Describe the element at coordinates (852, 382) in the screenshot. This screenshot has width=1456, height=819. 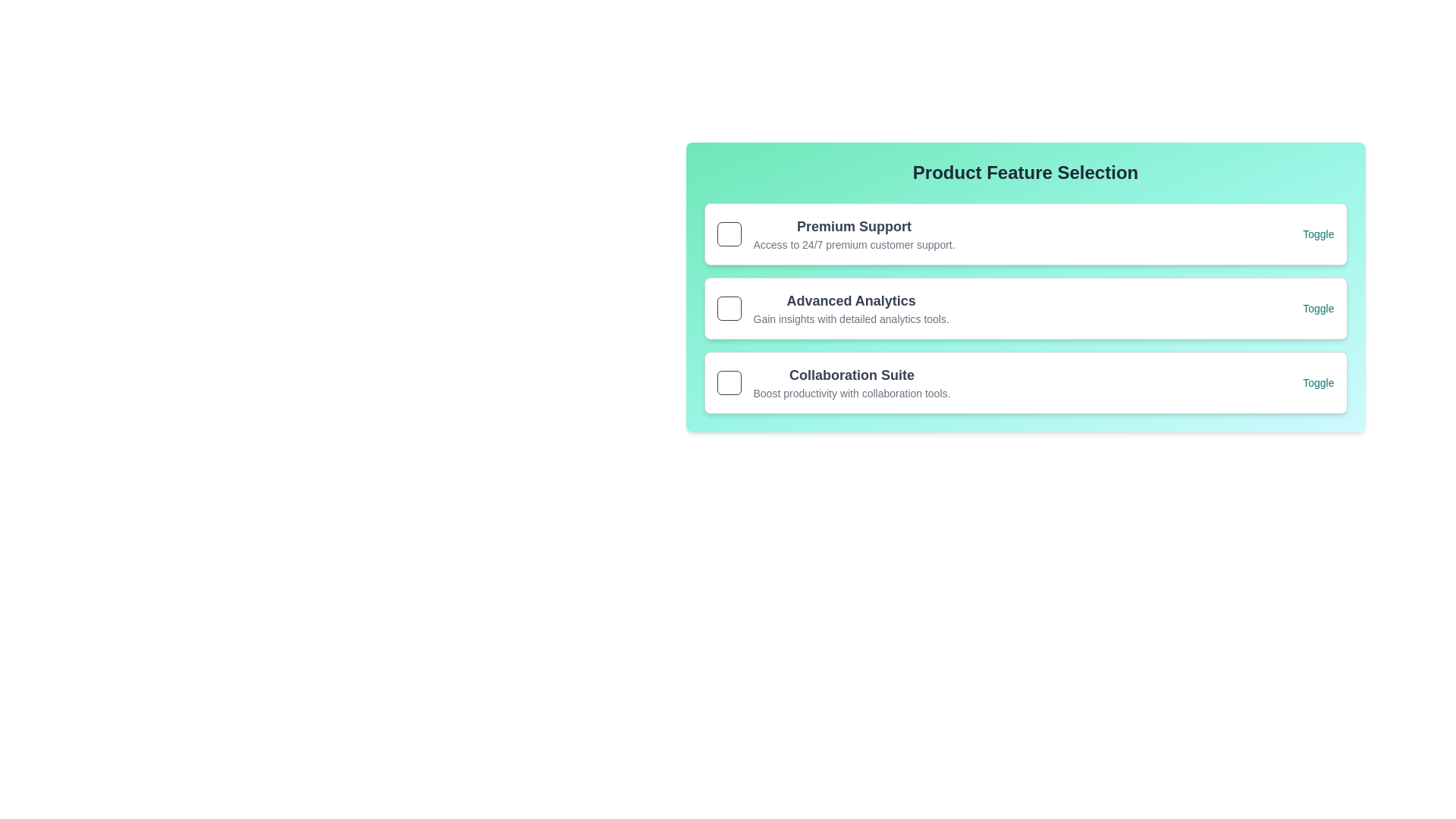
I see `the text block titled 'Collaboration Suite' which is styled in dark gray and contains a subtitle 'Boost productivity with collaboration tools.' located beneath 'Advanced Analytics' in the feature selection section` at that location.